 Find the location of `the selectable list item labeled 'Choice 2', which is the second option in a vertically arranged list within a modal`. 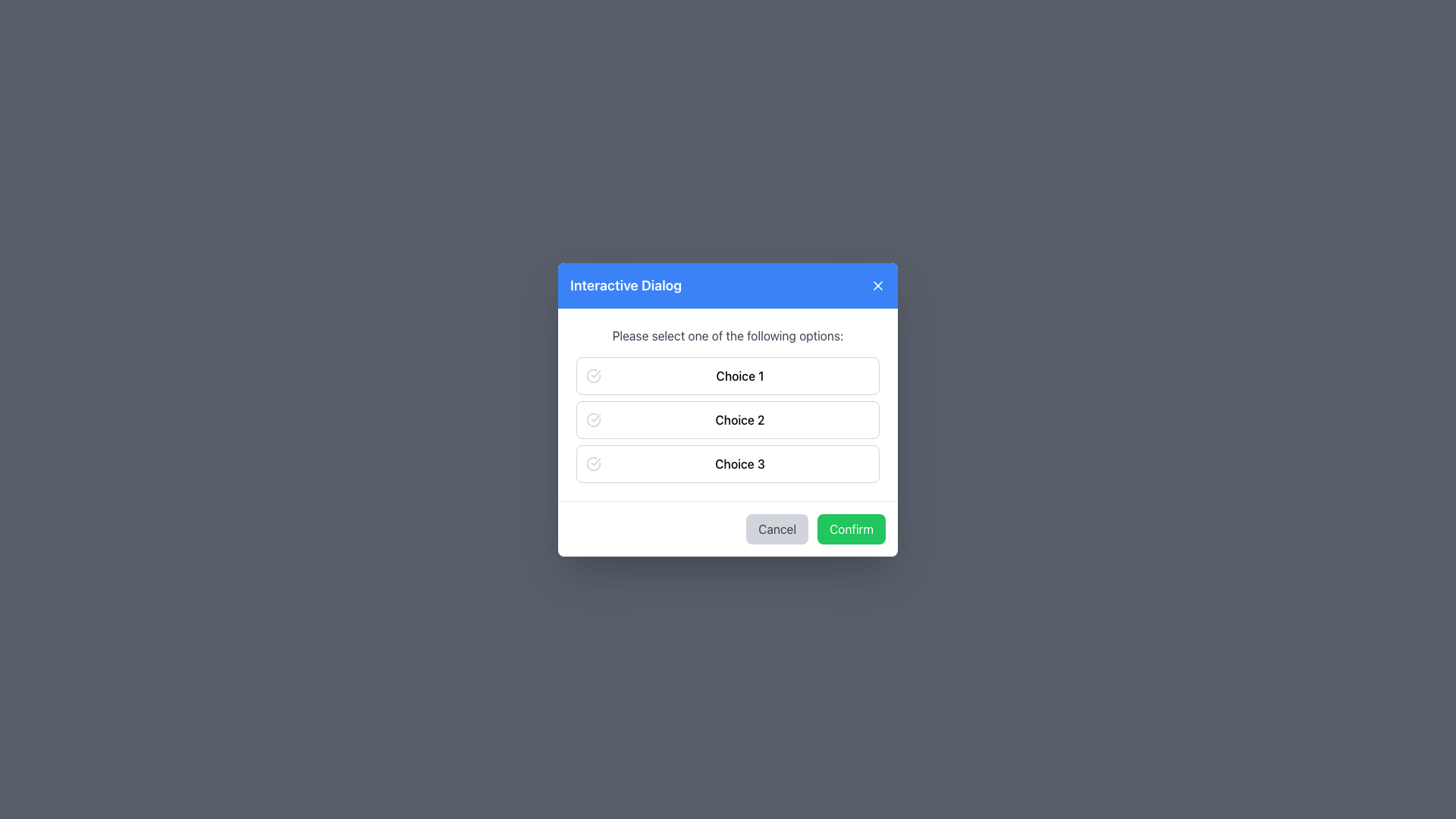

the selectable list item labeled 'Choice 2', which is the second option in a vertically arranged list within a modal is located at coordinates (728, 419).